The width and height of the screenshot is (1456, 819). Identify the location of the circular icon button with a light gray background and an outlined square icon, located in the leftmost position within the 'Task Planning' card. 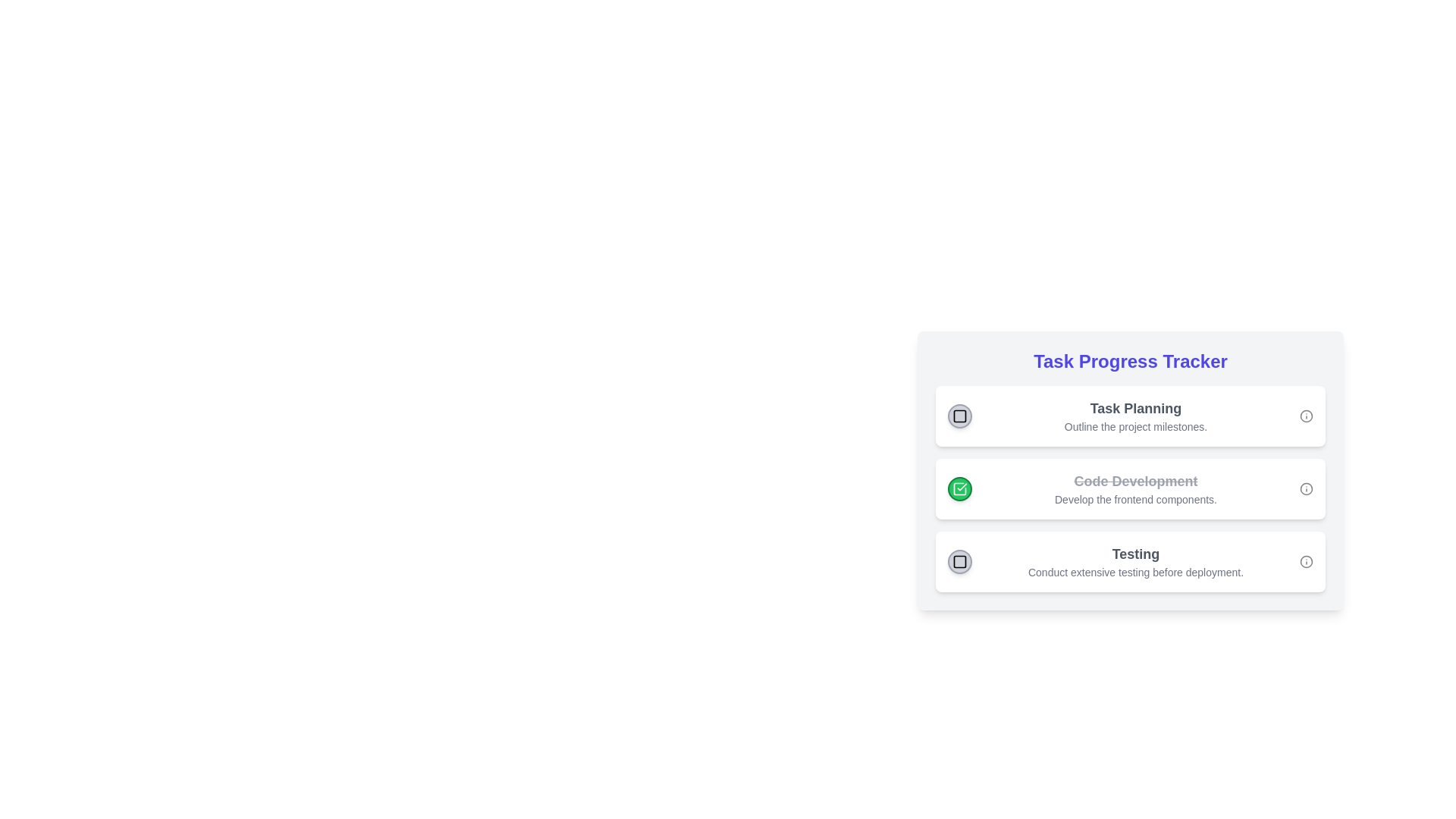
(959, 416).